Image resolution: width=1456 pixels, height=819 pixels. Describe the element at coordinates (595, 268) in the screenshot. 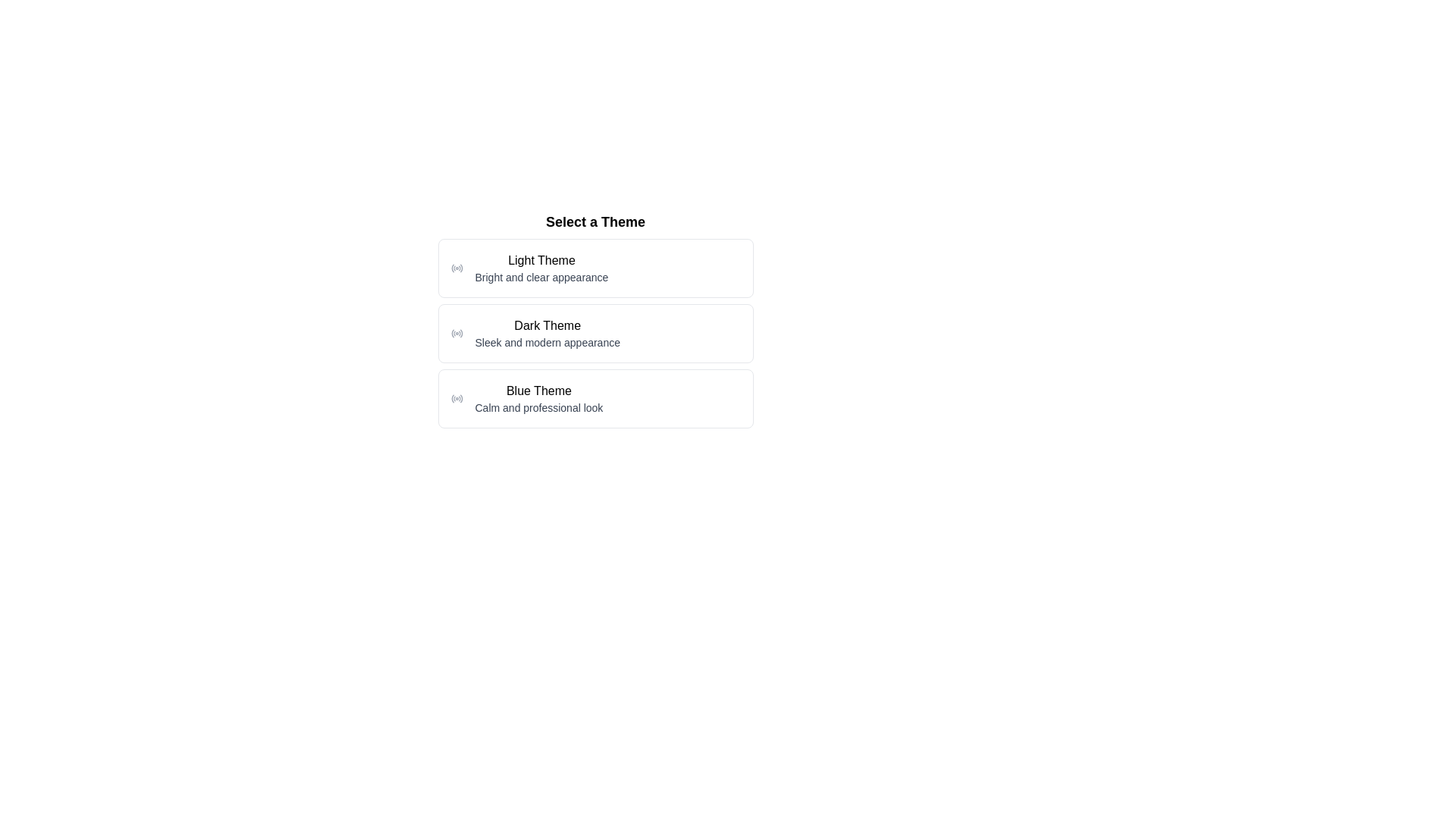

I see `the 'Light Theme' radio button in the theme selection UI, which is part of a group of selectable options allowing only one choice at a time` at that location.